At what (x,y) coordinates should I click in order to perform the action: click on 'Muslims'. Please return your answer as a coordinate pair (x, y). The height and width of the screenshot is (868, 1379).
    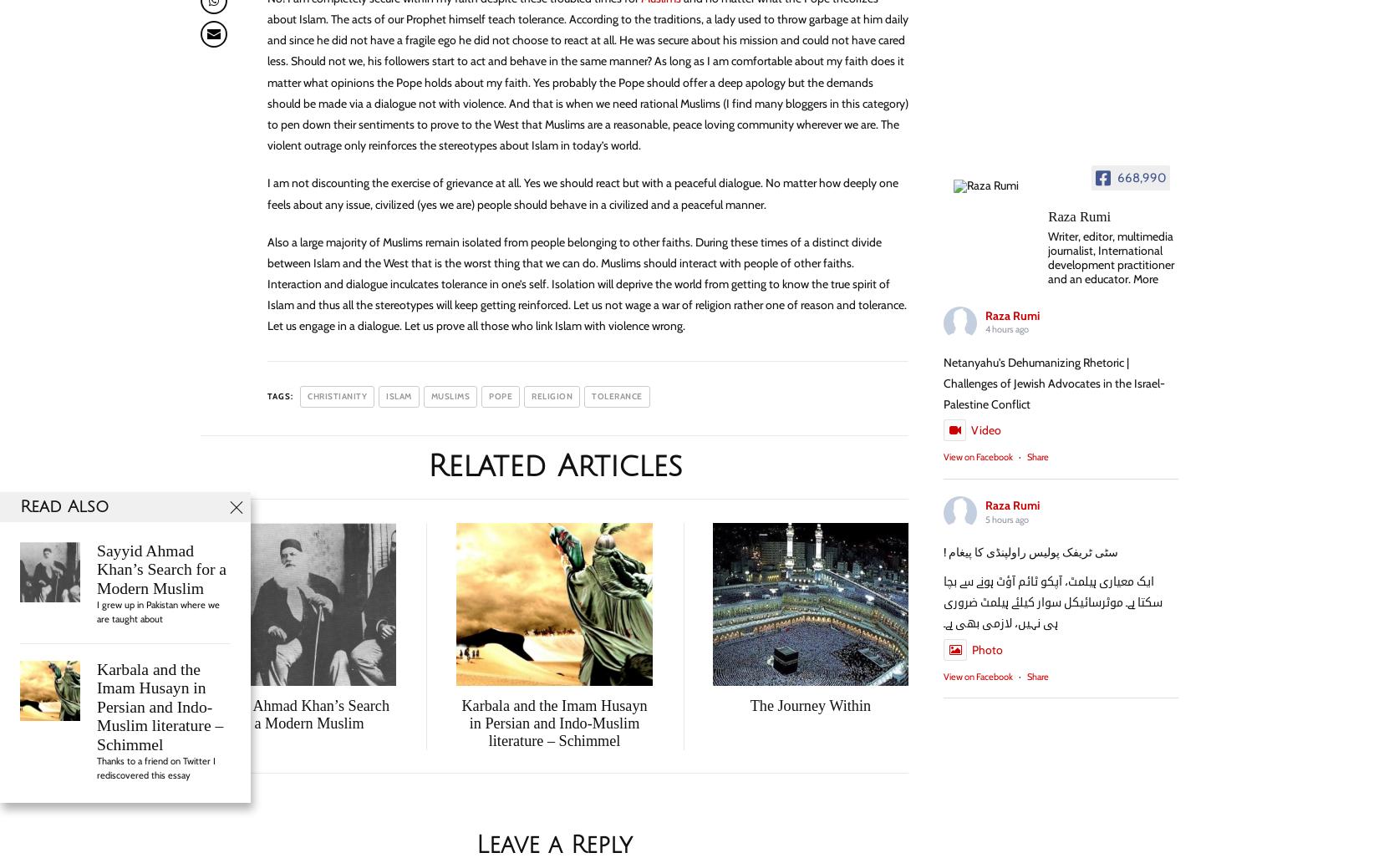
    Looking at the image, I should click on (449, 394).